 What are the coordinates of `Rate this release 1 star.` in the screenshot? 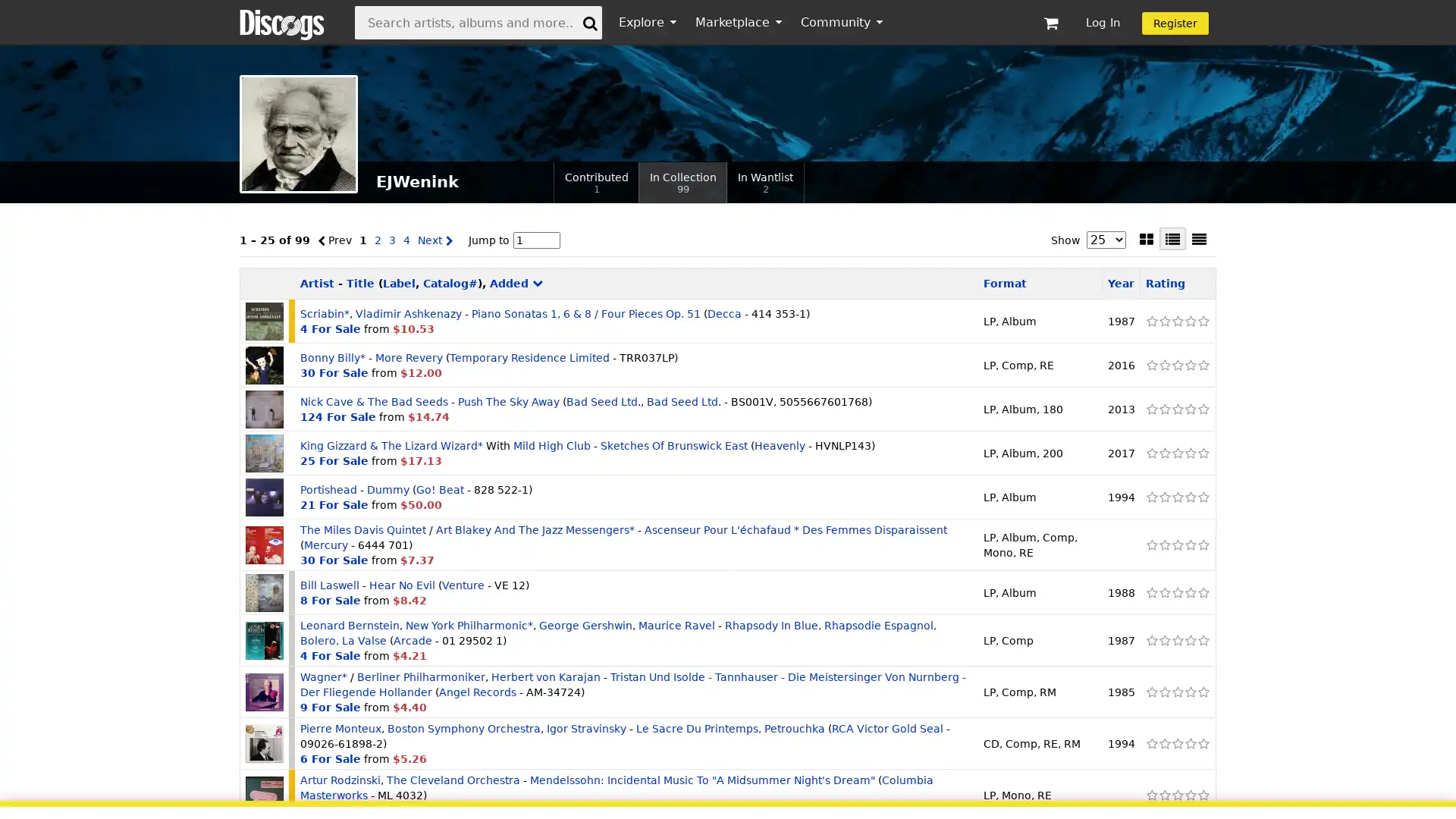 It's located at (1151, 544).